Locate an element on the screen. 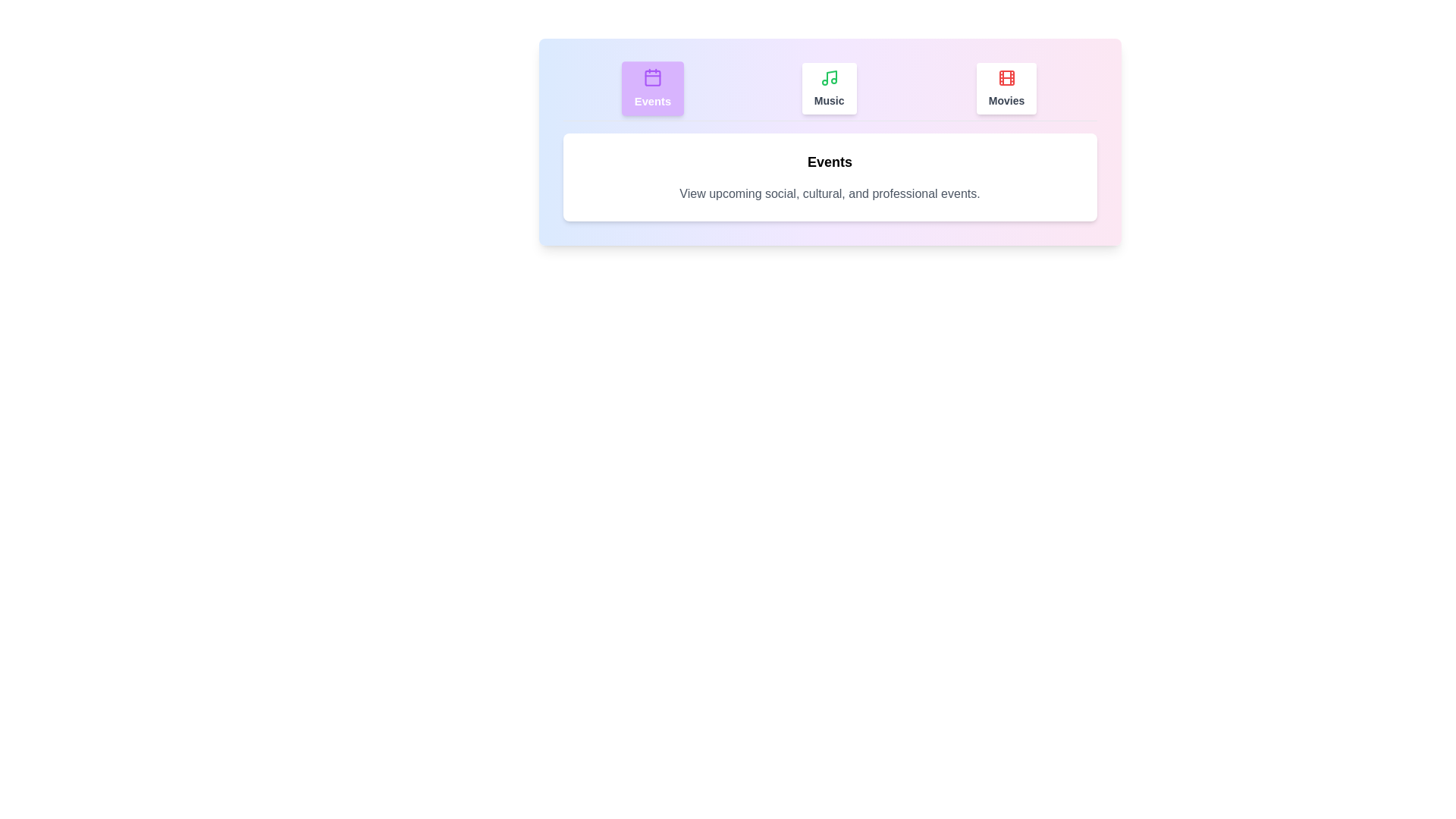 This screenshot has height=819, width=1456. the Music tab by clicking on it is located at coordinates (828, 88).